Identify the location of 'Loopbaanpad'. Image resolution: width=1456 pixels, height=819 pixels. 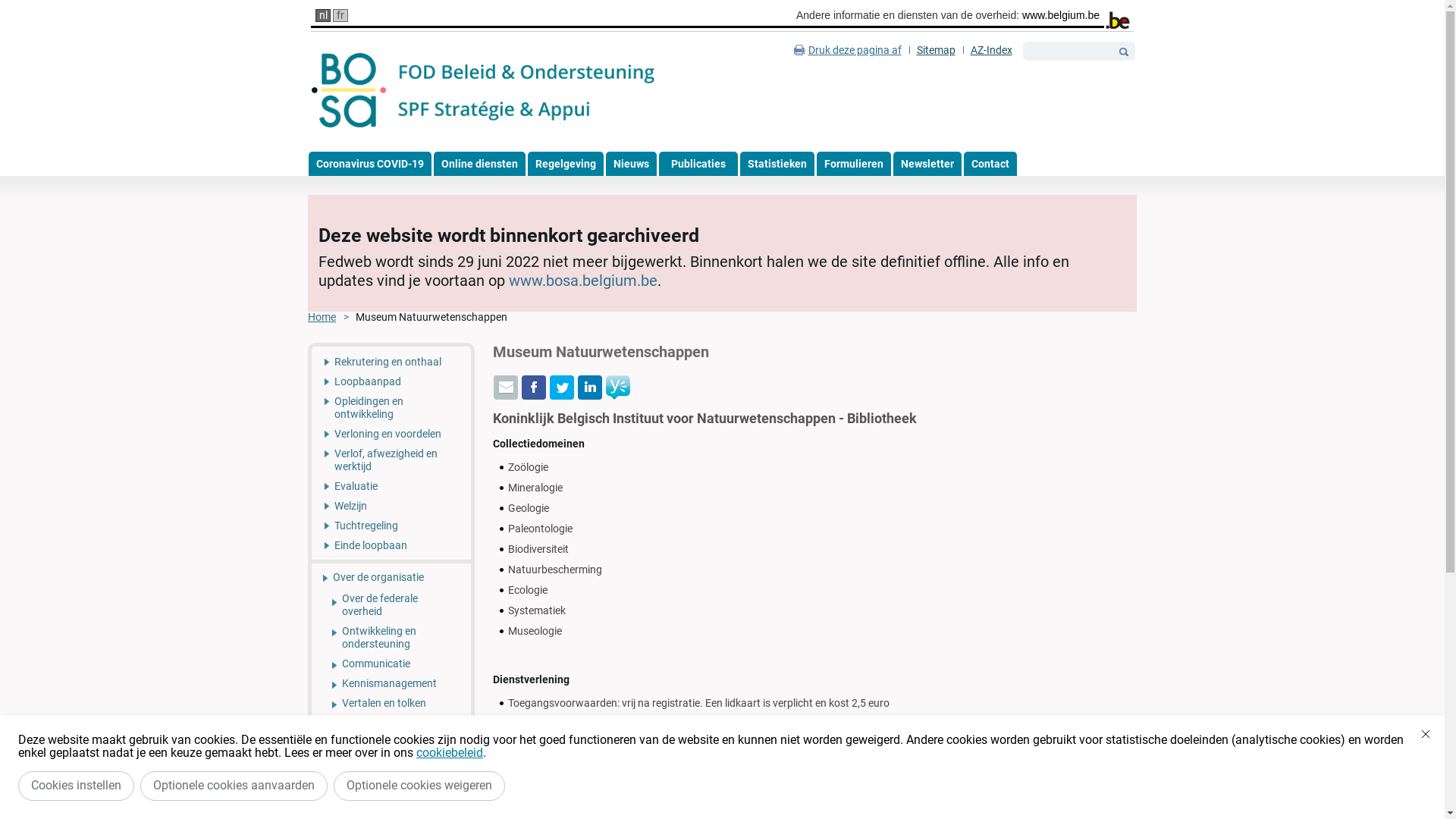
(391, 380).